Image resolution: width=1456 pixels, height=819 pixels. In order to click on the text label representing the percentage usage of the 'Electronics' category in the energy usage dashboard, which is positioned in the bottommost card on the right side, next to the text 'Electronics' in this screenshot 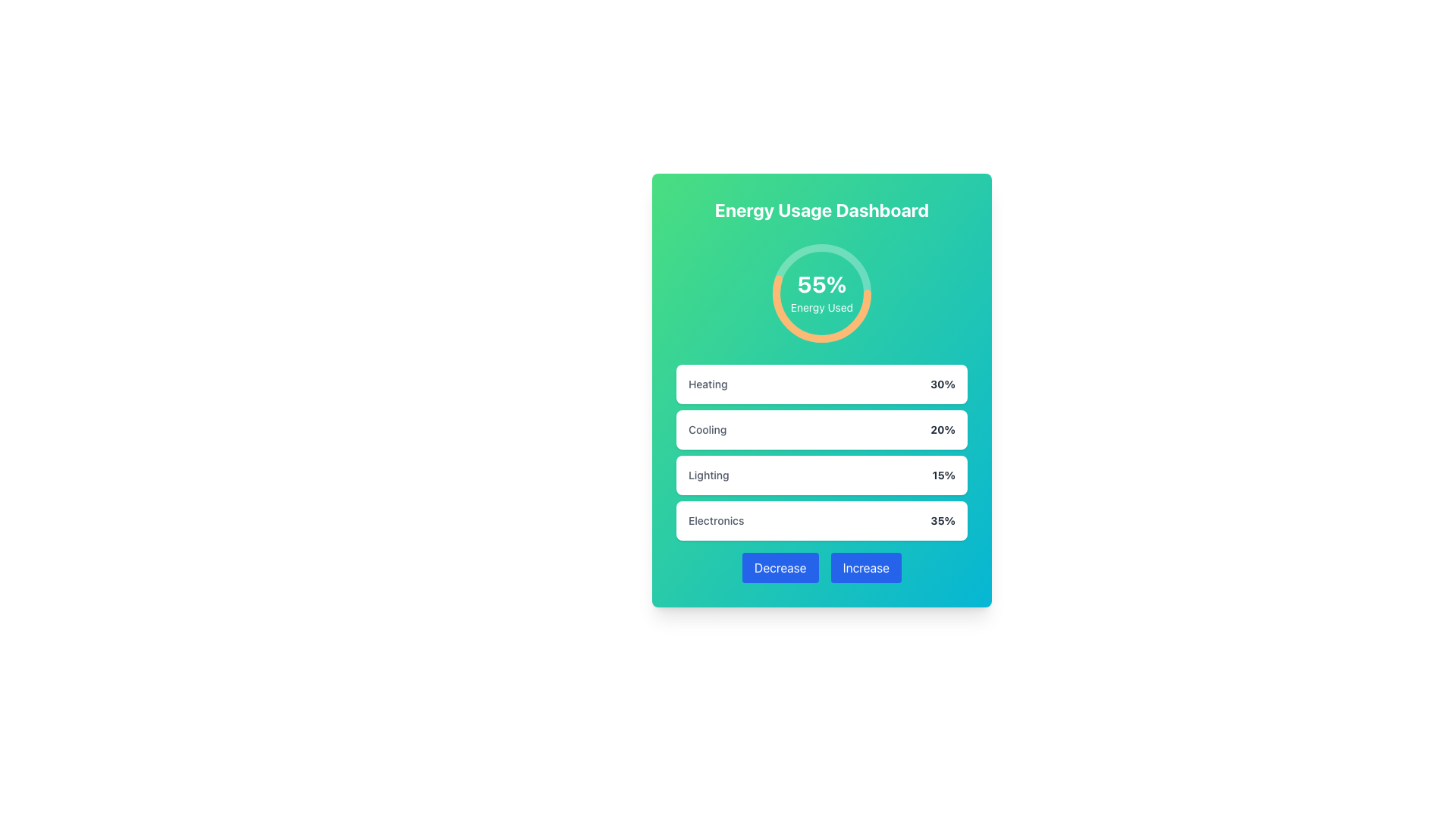, I will do `click(942, 519)`.